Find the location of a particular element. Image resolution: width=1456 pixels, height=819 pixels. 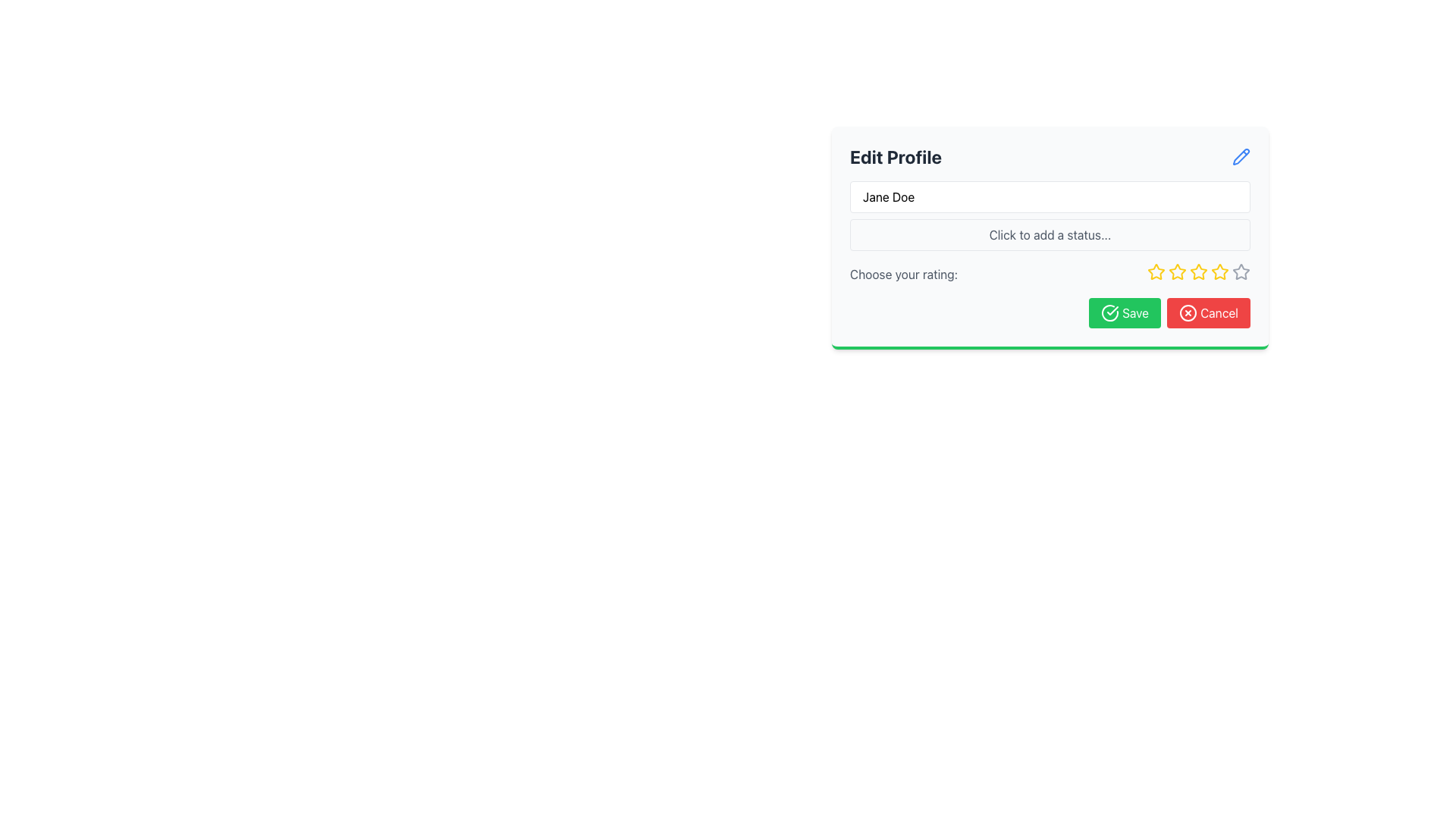

the fourth star in the rating bar located beneath the 'Choose your rating:' label is located at coordinates (1197, 271).